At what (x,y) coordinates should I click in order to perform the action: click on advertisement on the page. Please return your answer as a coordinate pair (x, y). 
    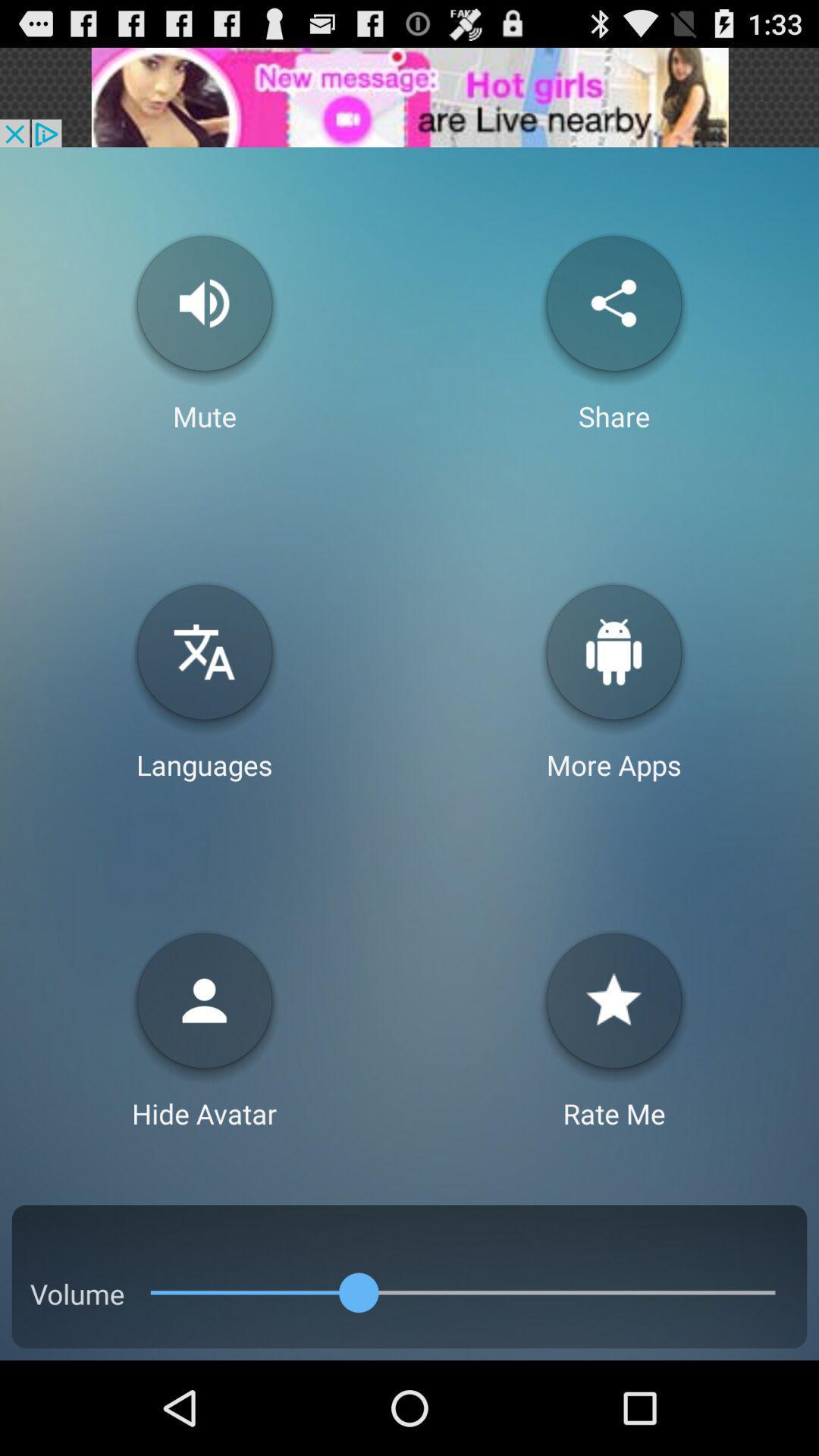
    Looking at the image, I should click on (409, 96).